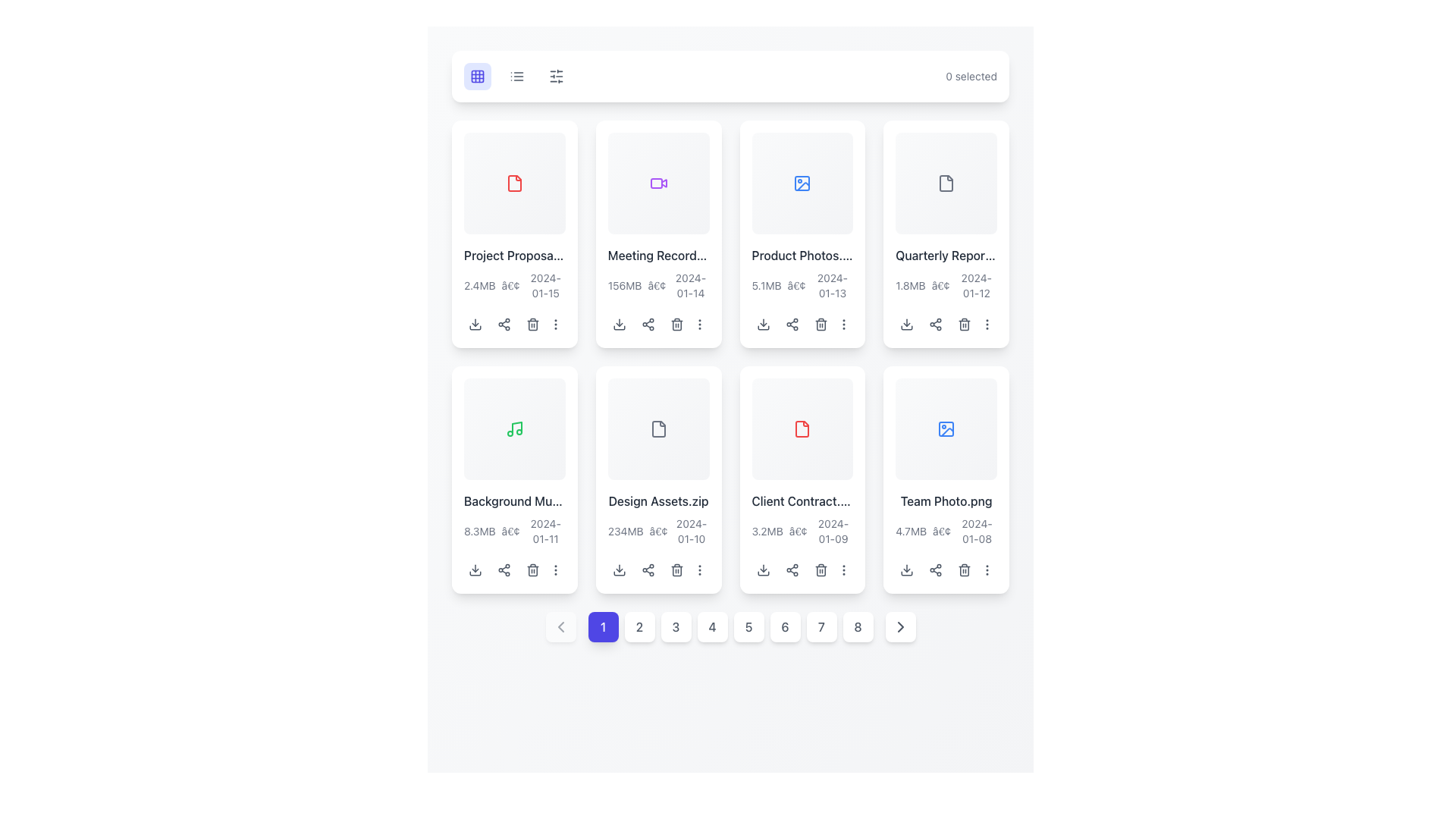  What do you see at coordinates (510, 285) in the screenshot?
I see `the separator Text Label or Icon located between '2.4MB' and '2024-01-15' in the 'Project Proposal' card` at bounding box center [510, 285].